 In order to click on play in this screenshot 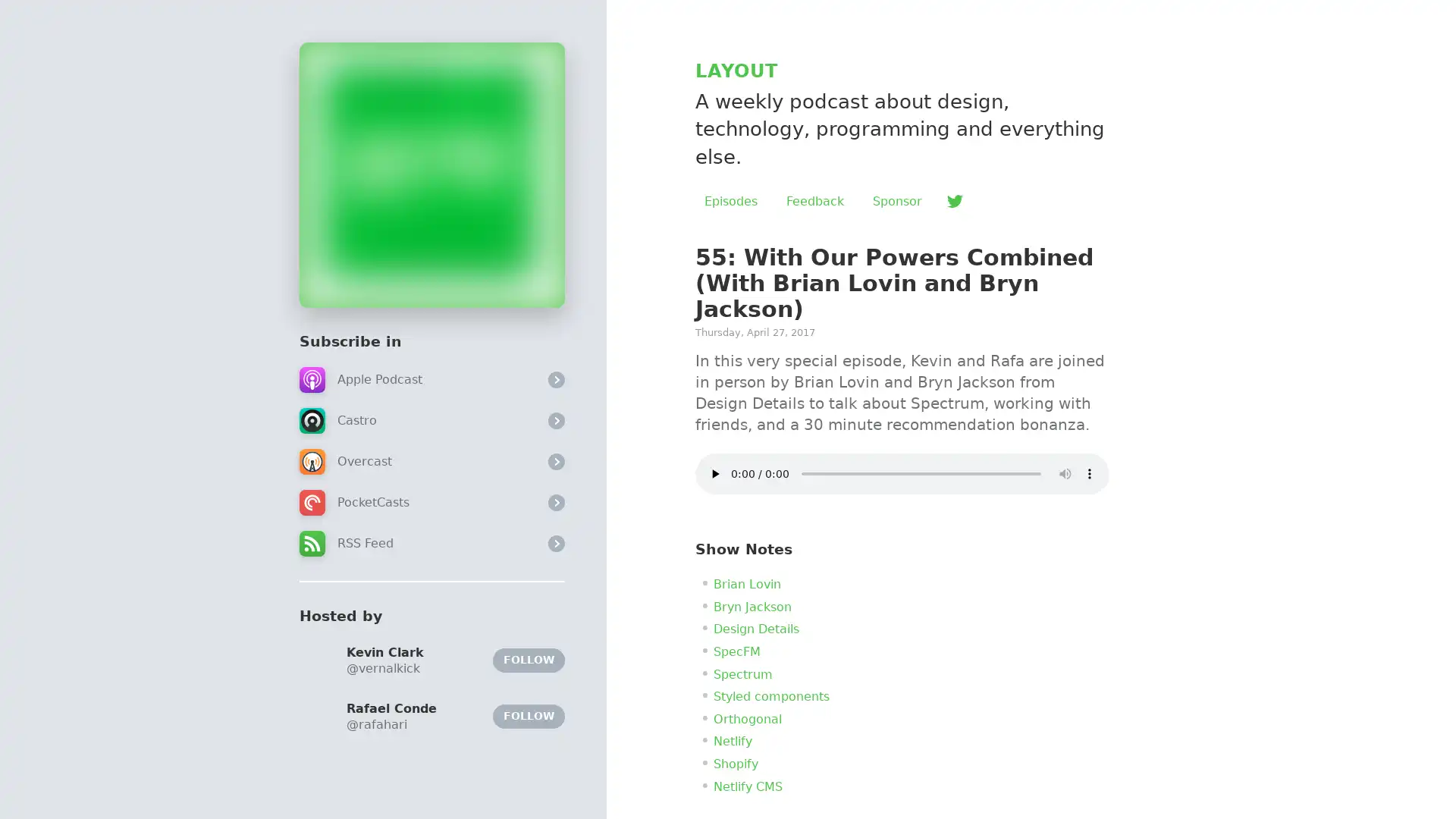, I will do `click(714, 472)`.